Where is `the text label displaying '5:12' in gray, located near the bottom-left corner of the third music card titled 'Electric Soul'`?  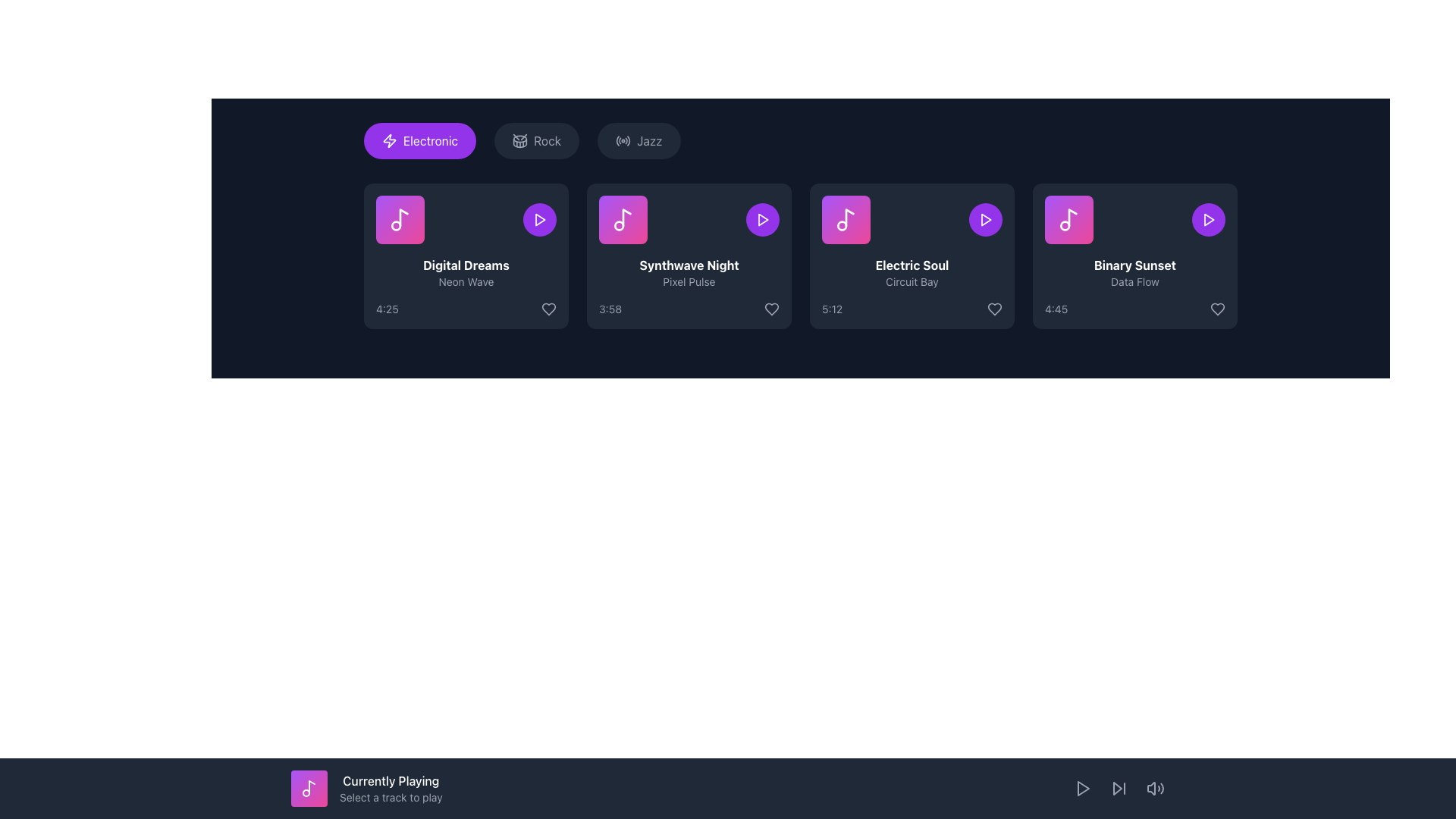 the text label displaying '5:12' in gray, located near the bottom-left corner of the third music card titled 'Electric Soul' is located at coordinates (831, 309).